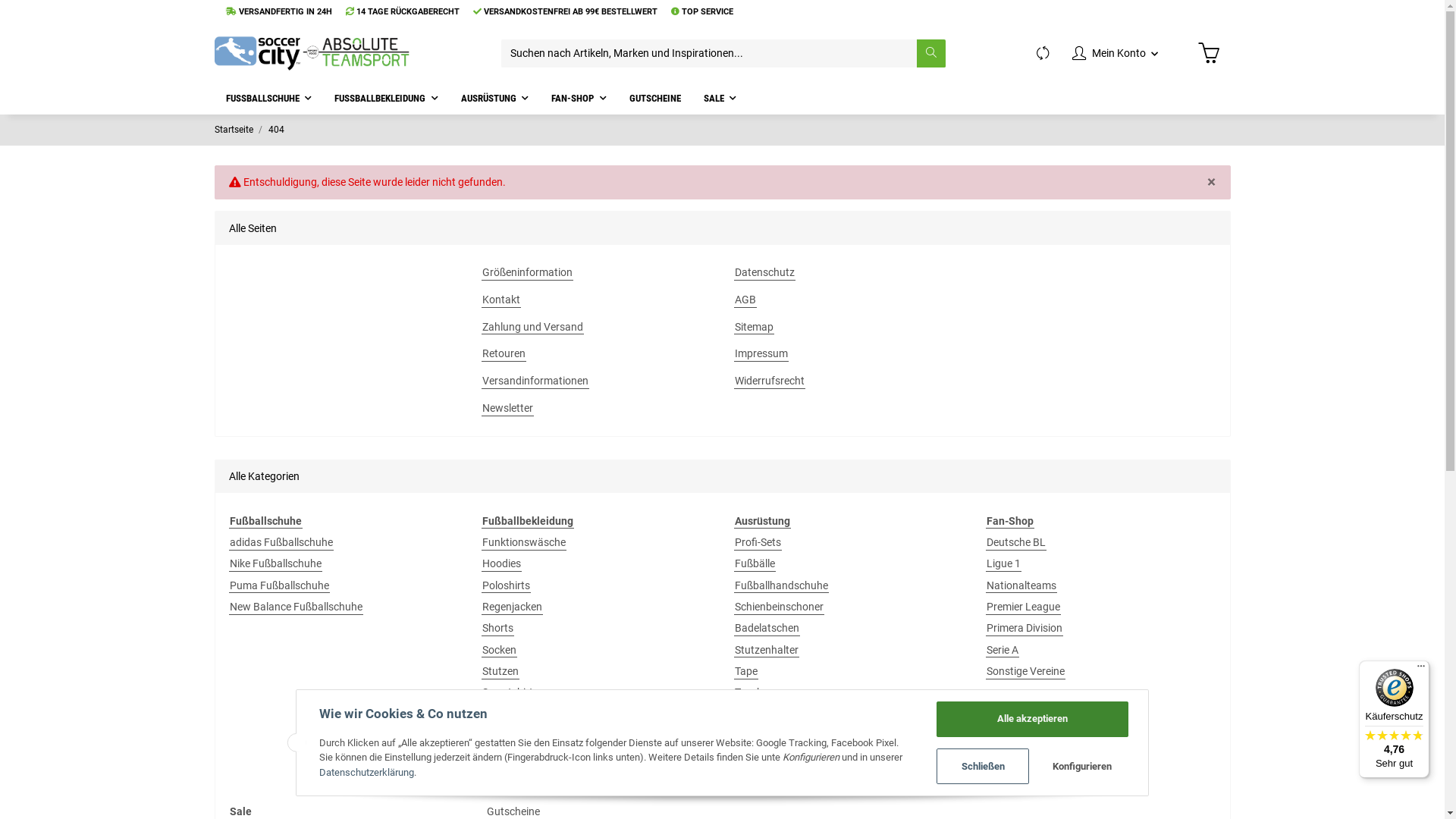  What do you see at coordinates (497, 628) in the screenshot?
I see `'Shorts'` at bounding box center [497, 628].